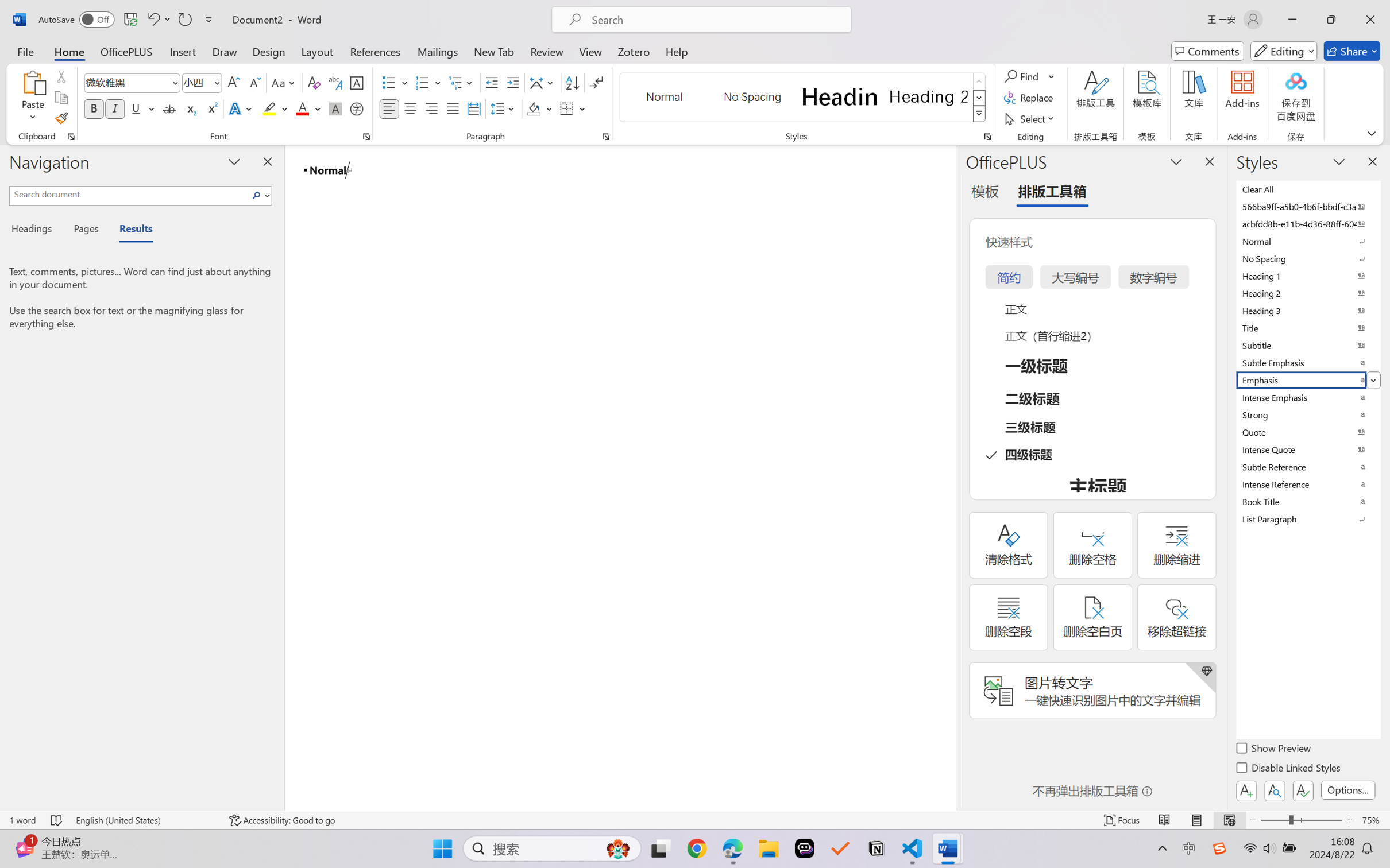 This screenshot has width=1390, height=868. Describe the element at coordinates (21, 820) in the screenshot. I see `'Word Count 1 word'` at that location.